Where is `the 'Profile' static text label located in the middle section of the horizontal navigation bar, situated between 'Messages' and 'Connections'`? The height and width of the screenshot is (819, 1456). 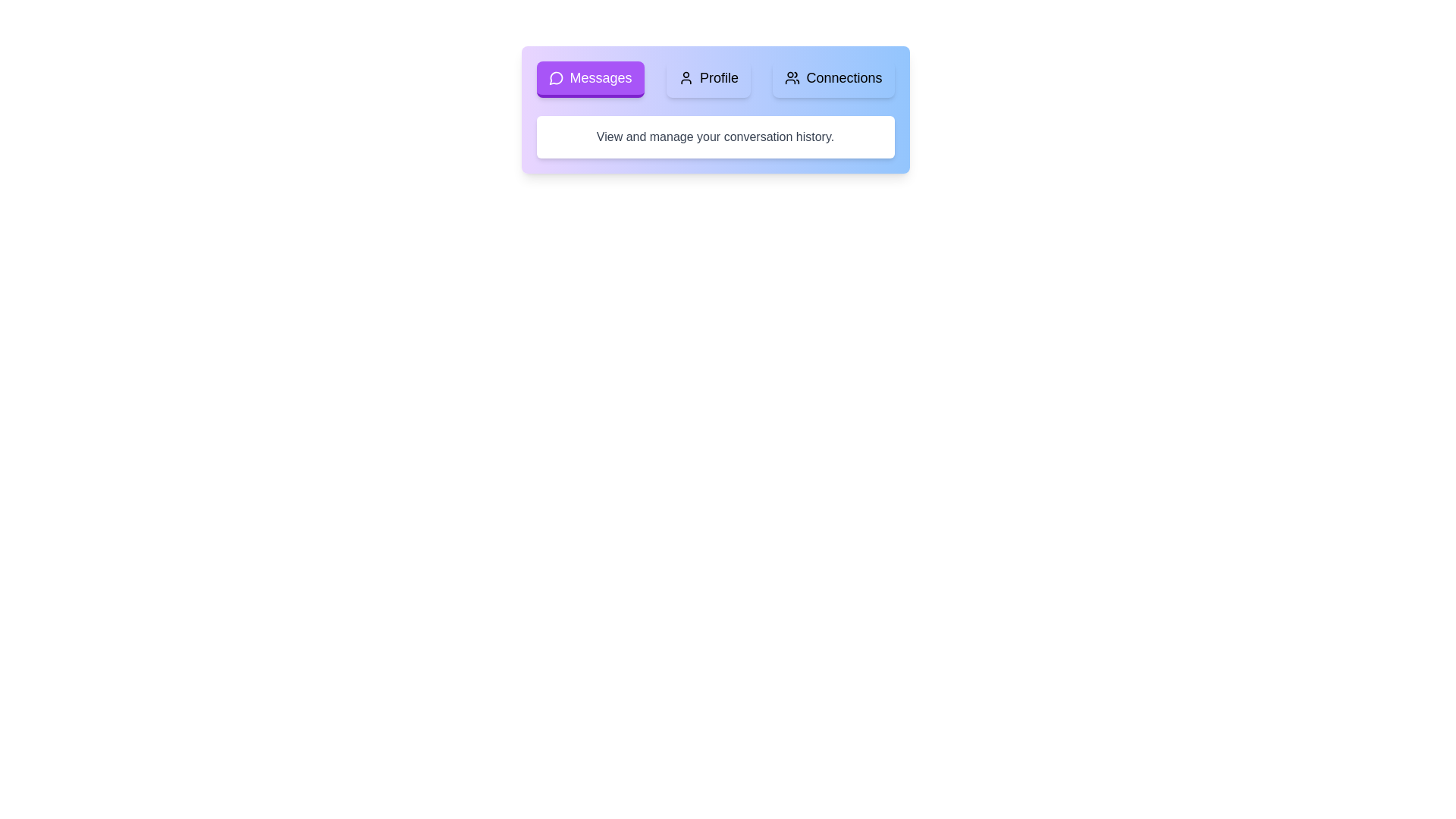 the 'Profile' static text label located in the middle section of the horizontal navigation bar, situated between 'Messages' and 'Connections' is located at coordinates (718, 78).